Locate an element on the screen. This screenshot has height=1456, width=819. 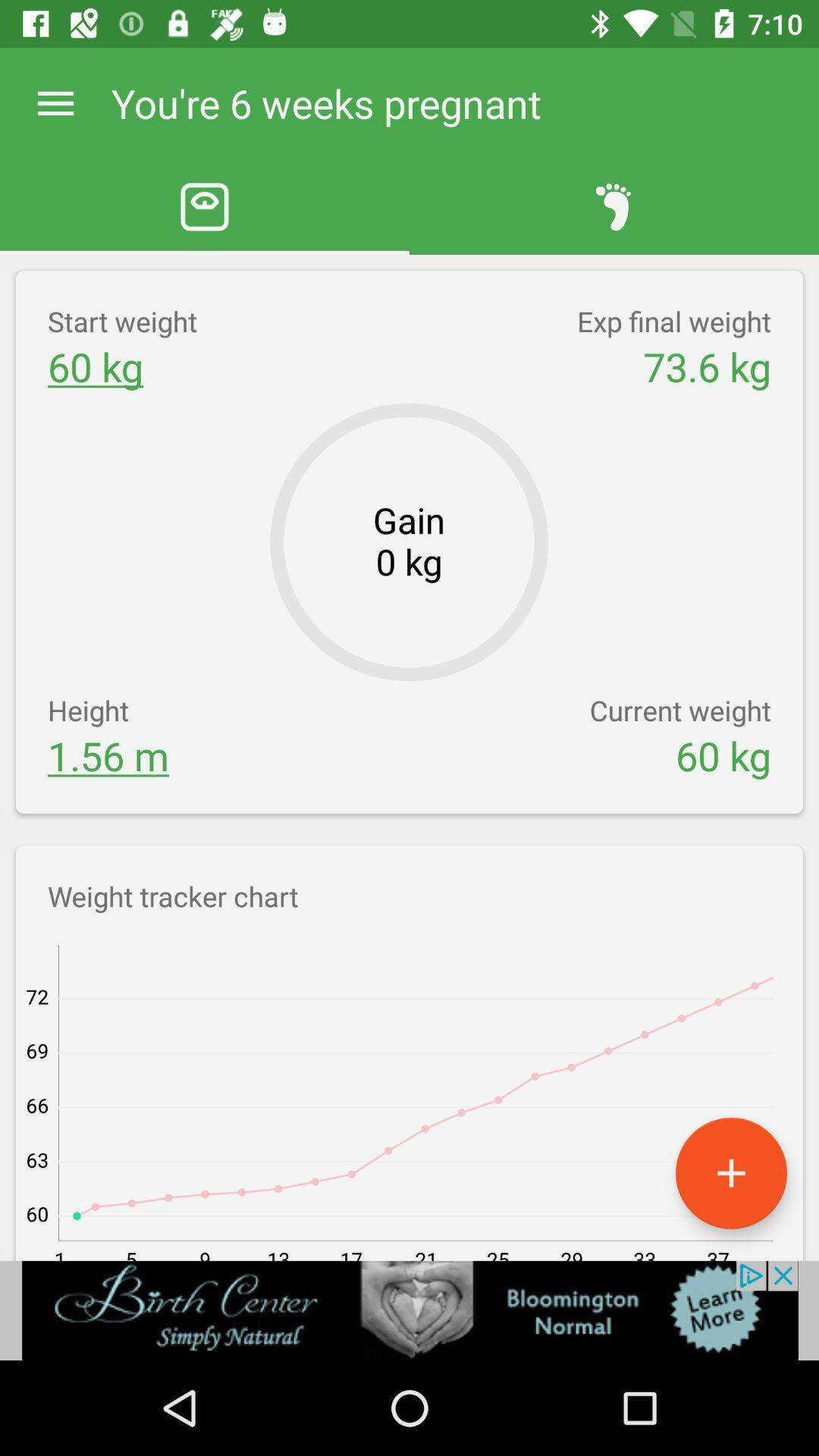
icon is located at coordinates (730, 1172).